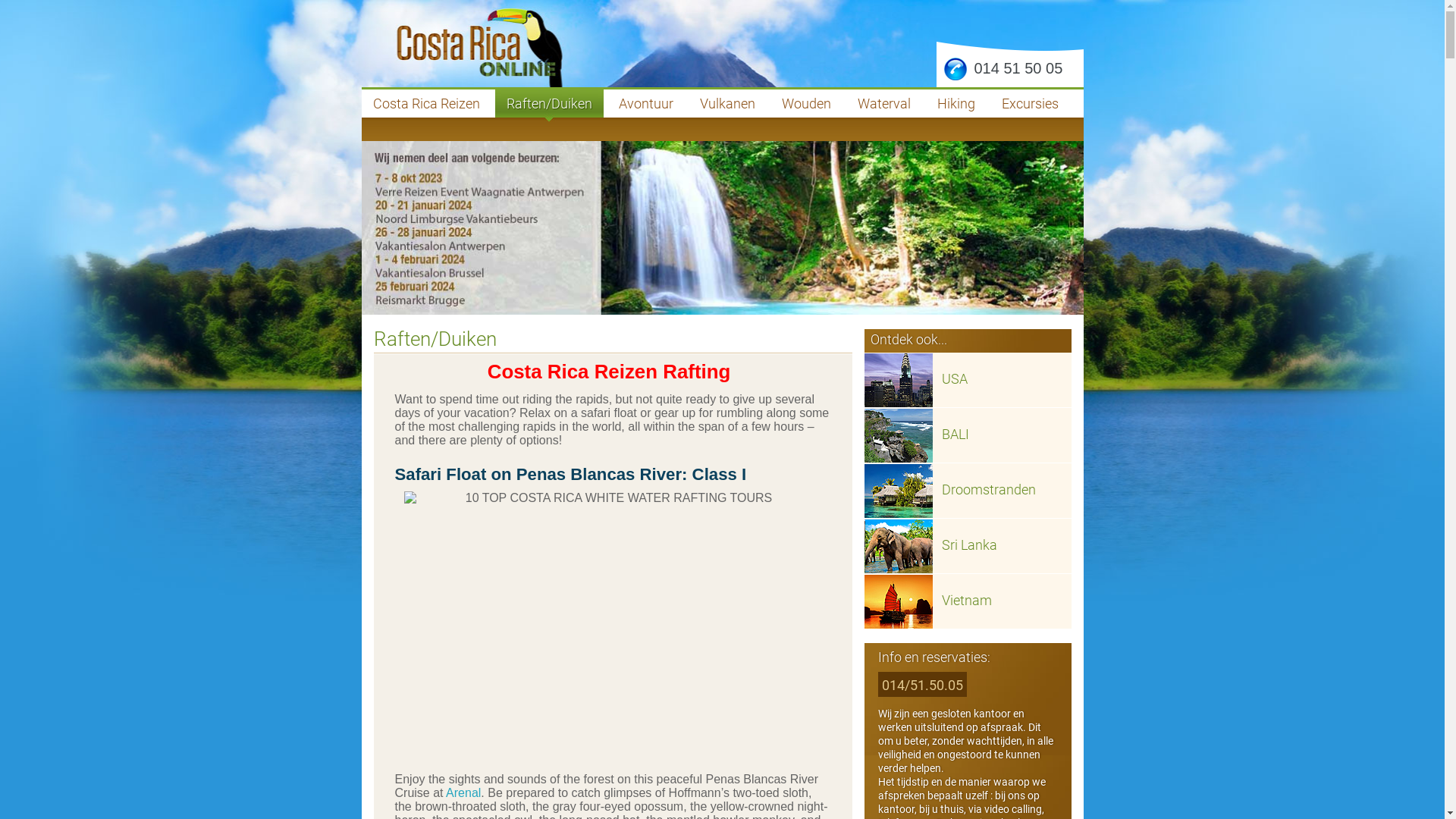 The width and height of the screenshot is (1456, 819). What do you see at coordinates (770, 102) in the screenshot?
I see `'Wouden'` at bounding box center [770, 102].